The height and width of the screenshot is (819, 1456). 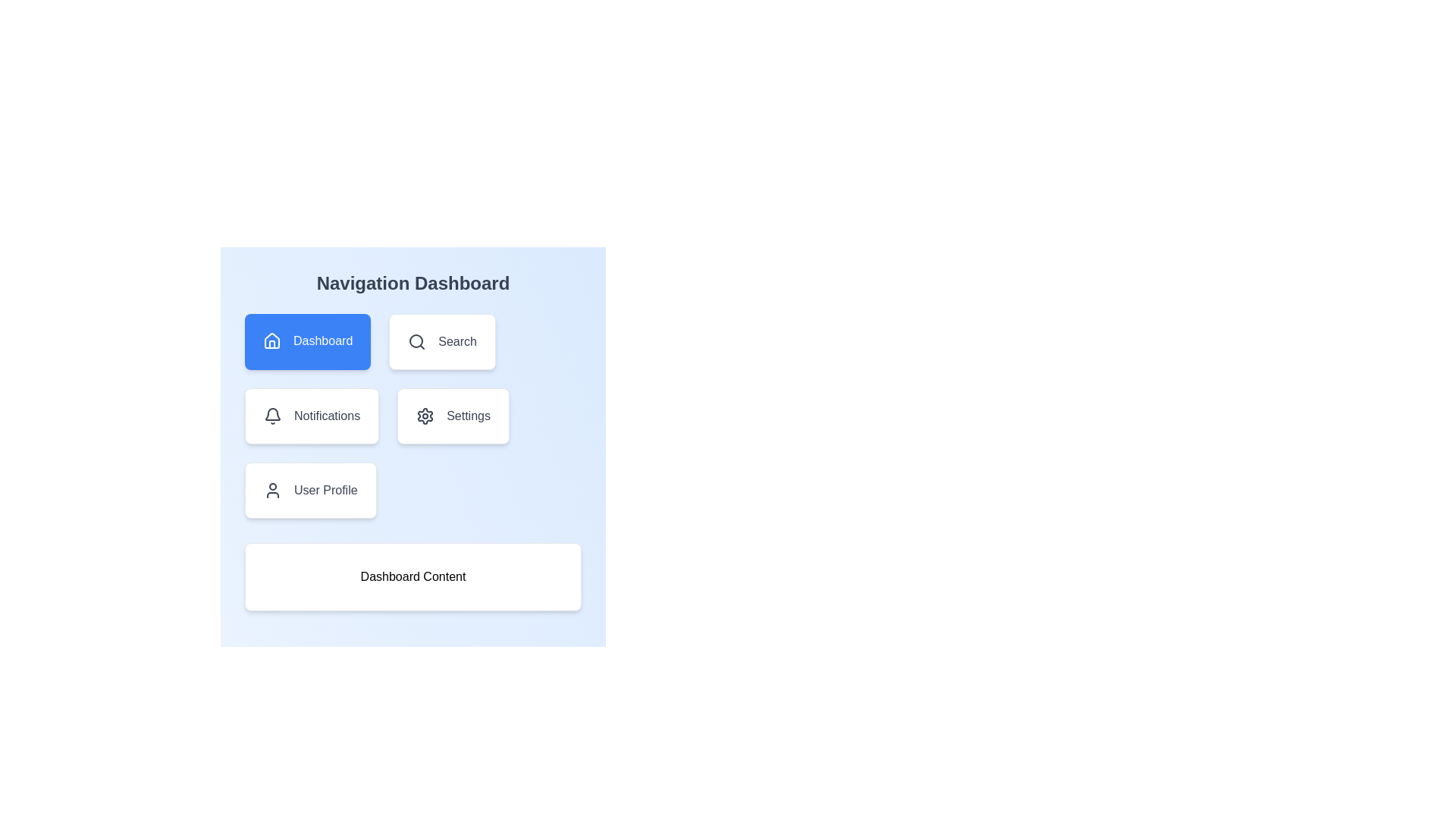 I want to click on the white rectangular box labeled 'Dashboard Content' with rounded corners, located at the bottom of the layout, so click(x=413, y=576).